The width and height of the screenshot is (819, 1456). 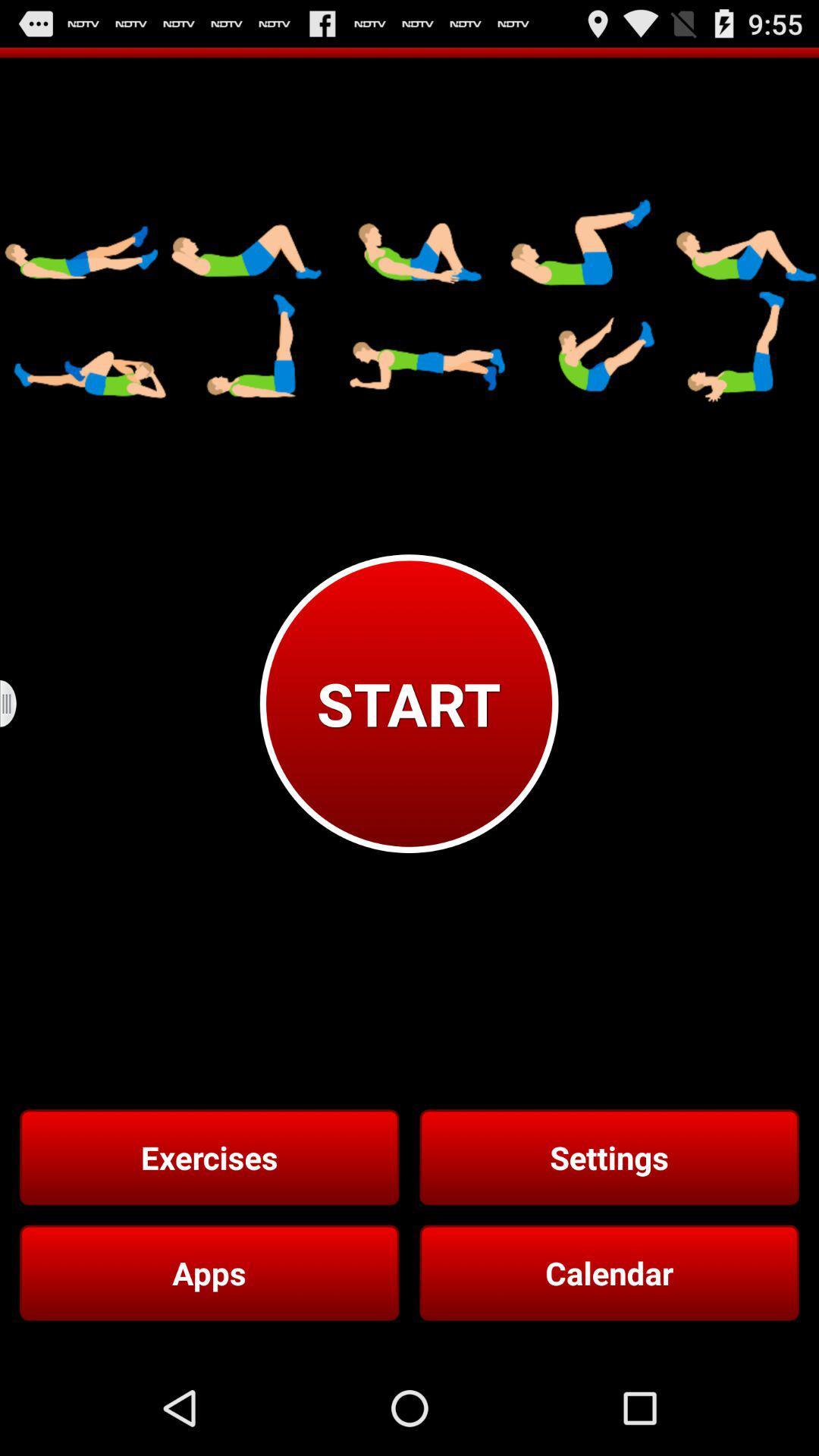 I want to click on button next to settings button, so click(x=209, y=1156).